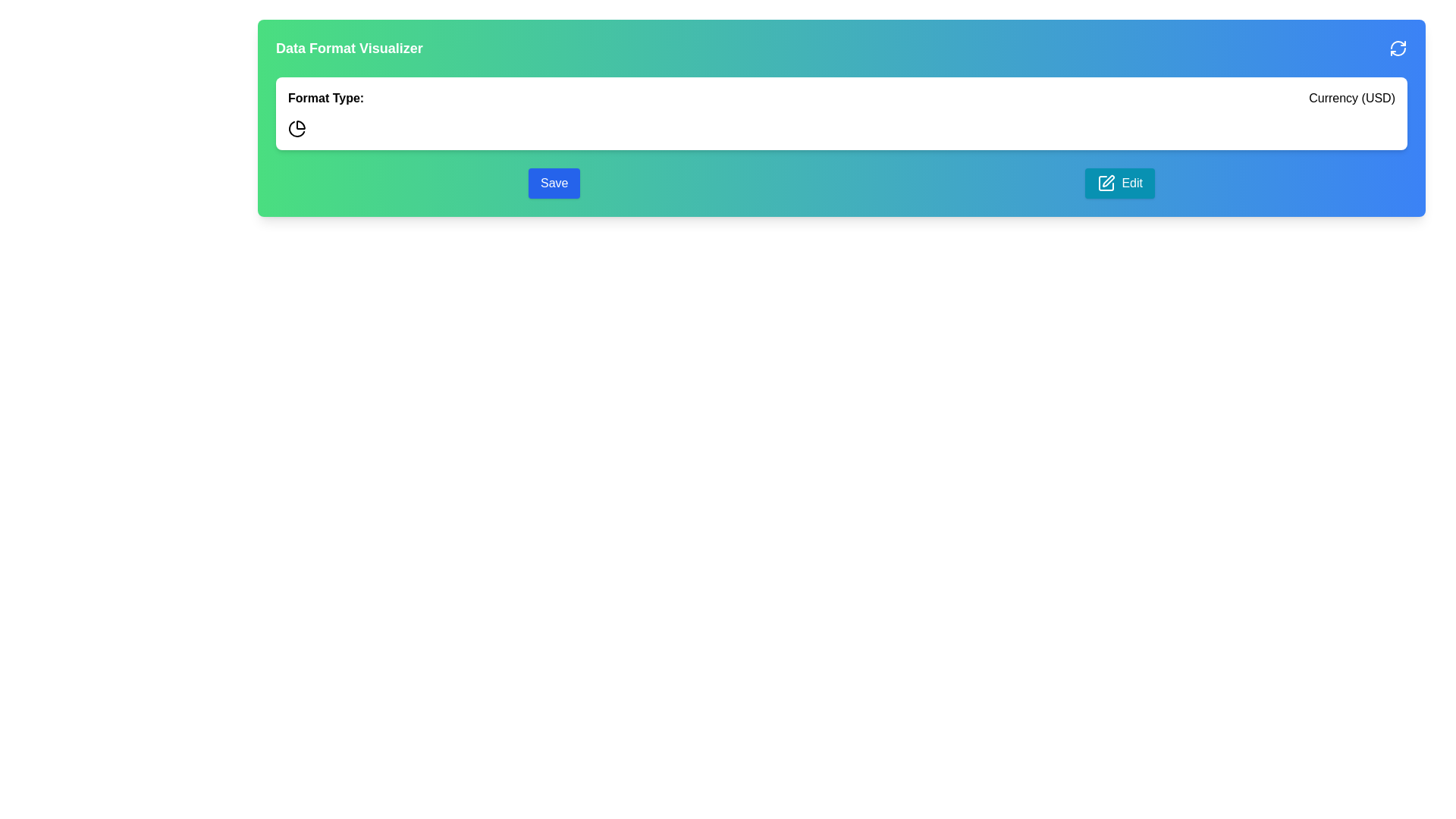 The image size is (1456, 819). I want to click on the Static Text Label displaying 'Currency (USD)' positioned on the far right of the horizontal bar in the application interface, so click(1352, 99).